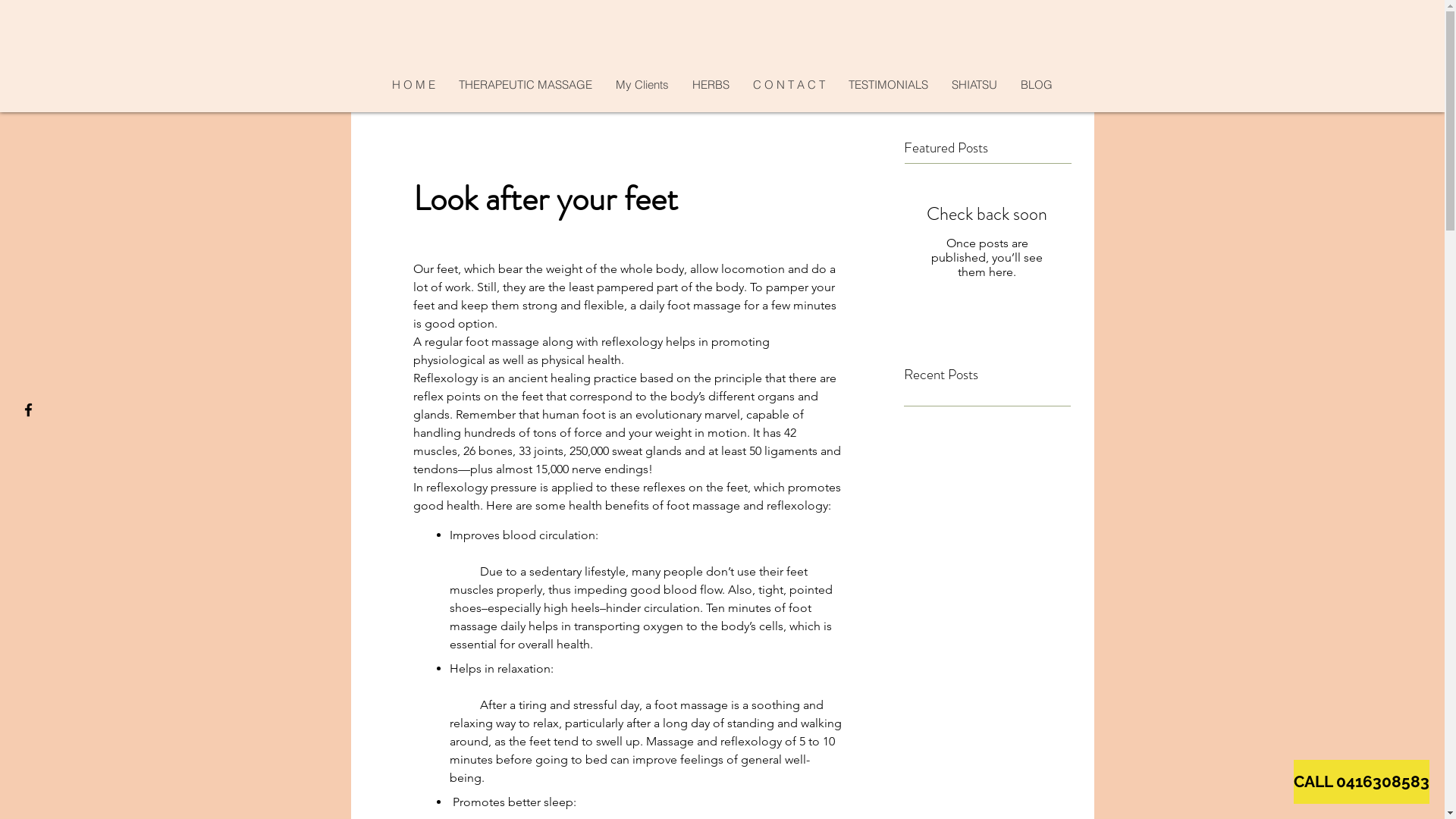 Image resolution: width=1456 pixels, height=819 pixels. I want to click on 'HERBS', so click(709, 84).